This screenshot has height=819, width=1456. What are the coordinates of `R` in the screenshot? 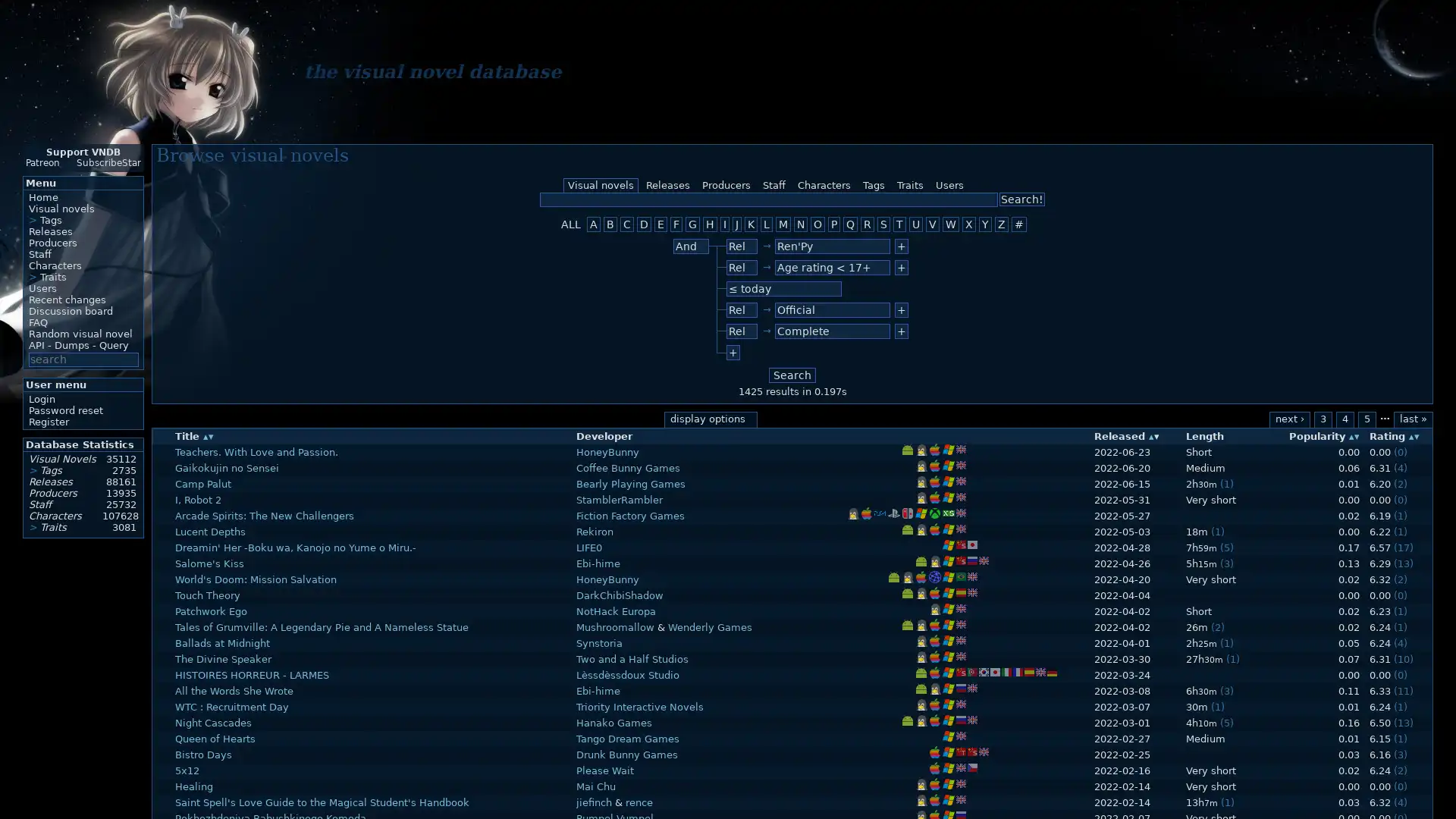 It's located at (867, 224).